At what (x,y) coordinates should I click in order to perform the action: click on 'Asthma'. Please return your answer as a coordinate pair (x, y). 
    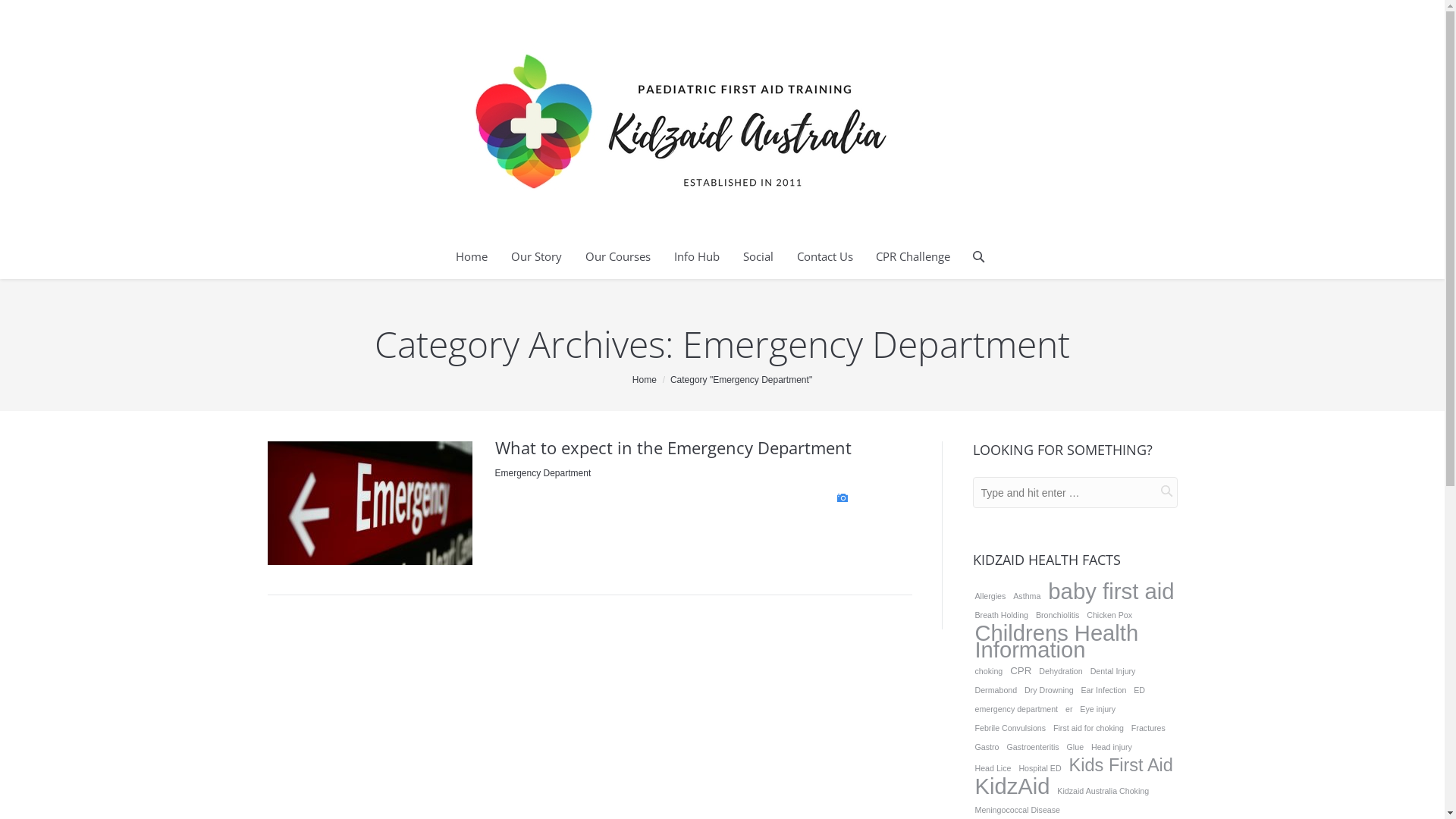
    Looking at the image, I should click on (1026, 595).